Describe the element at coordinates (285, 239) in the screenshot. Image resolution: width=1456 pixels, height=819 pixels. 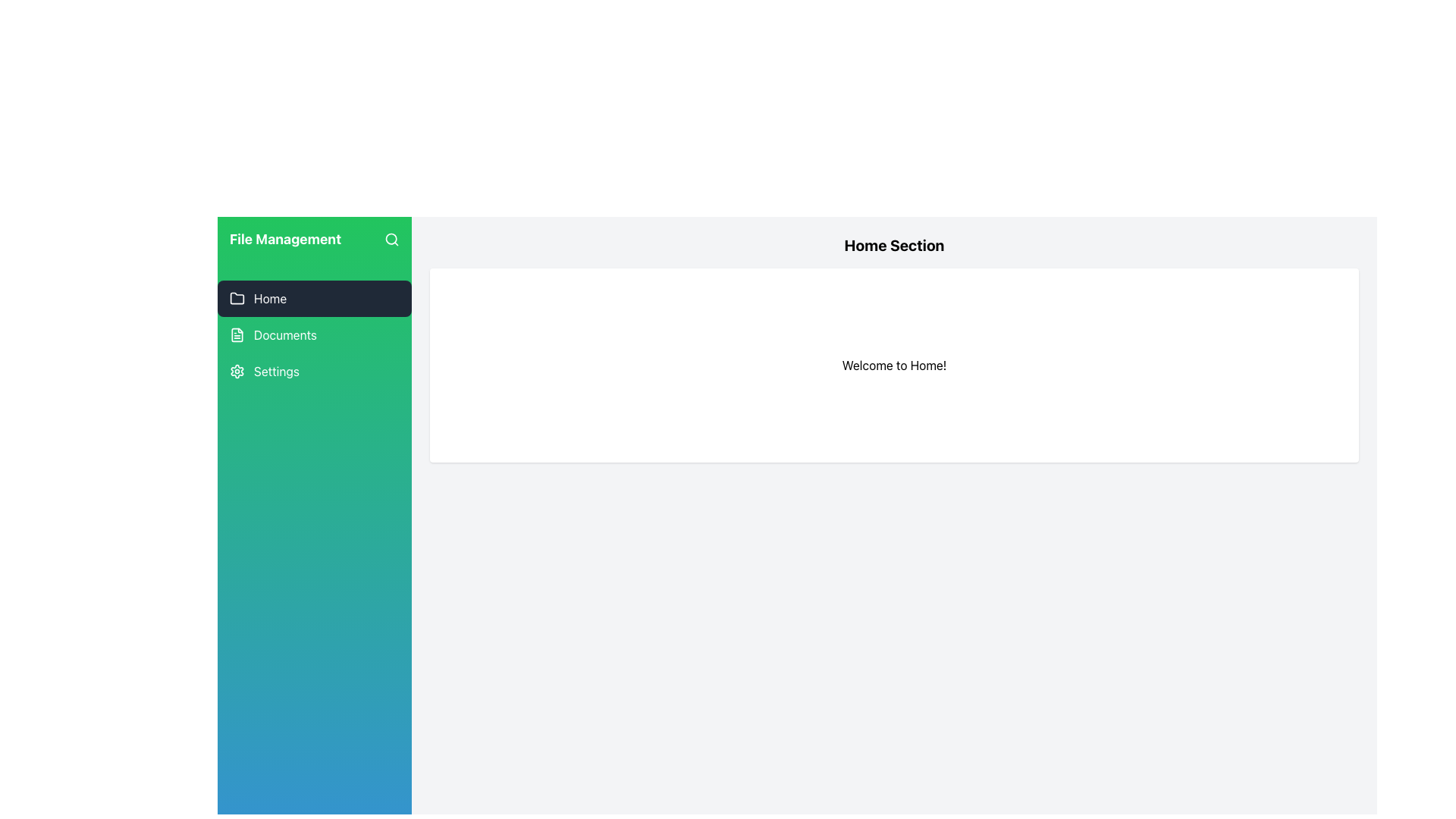
I see `the 'File Management' text label located at the top of the green sidebar, positioned left of the search icon` at that location.